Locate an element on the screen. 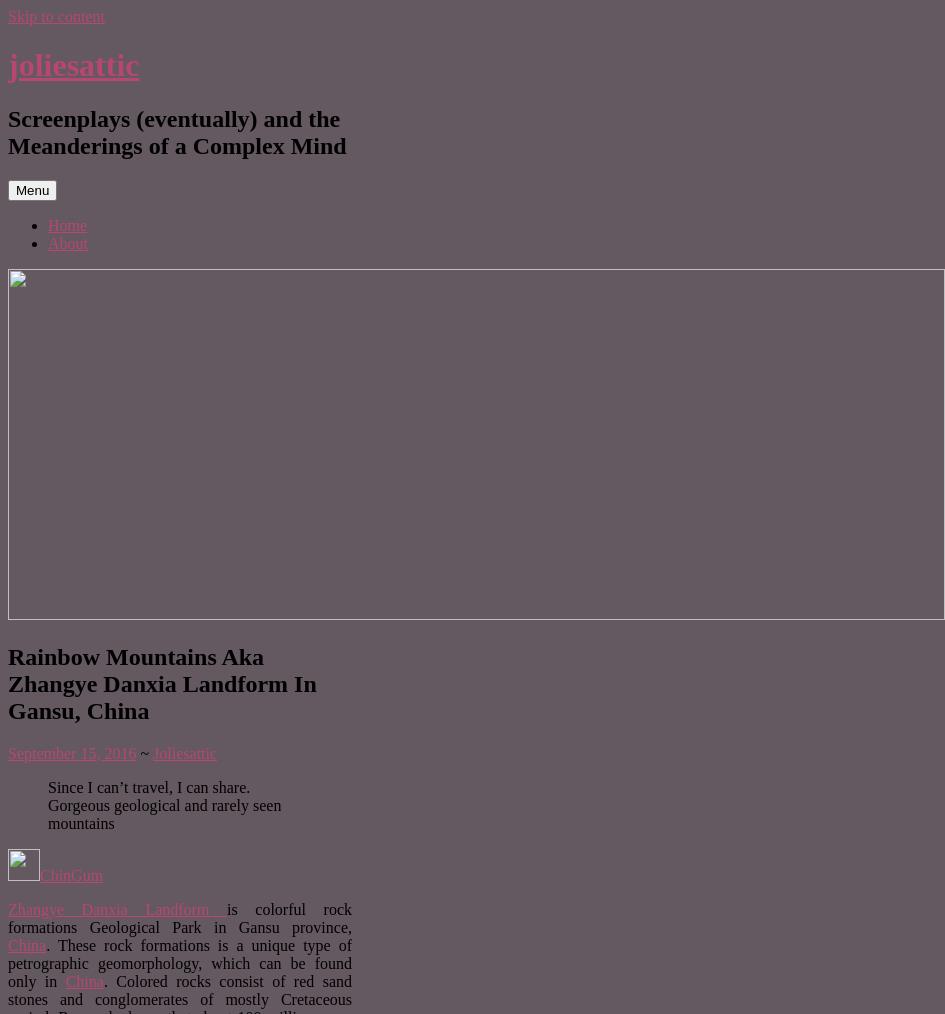  'Joliesattic' is located at coordinates (152, 751).